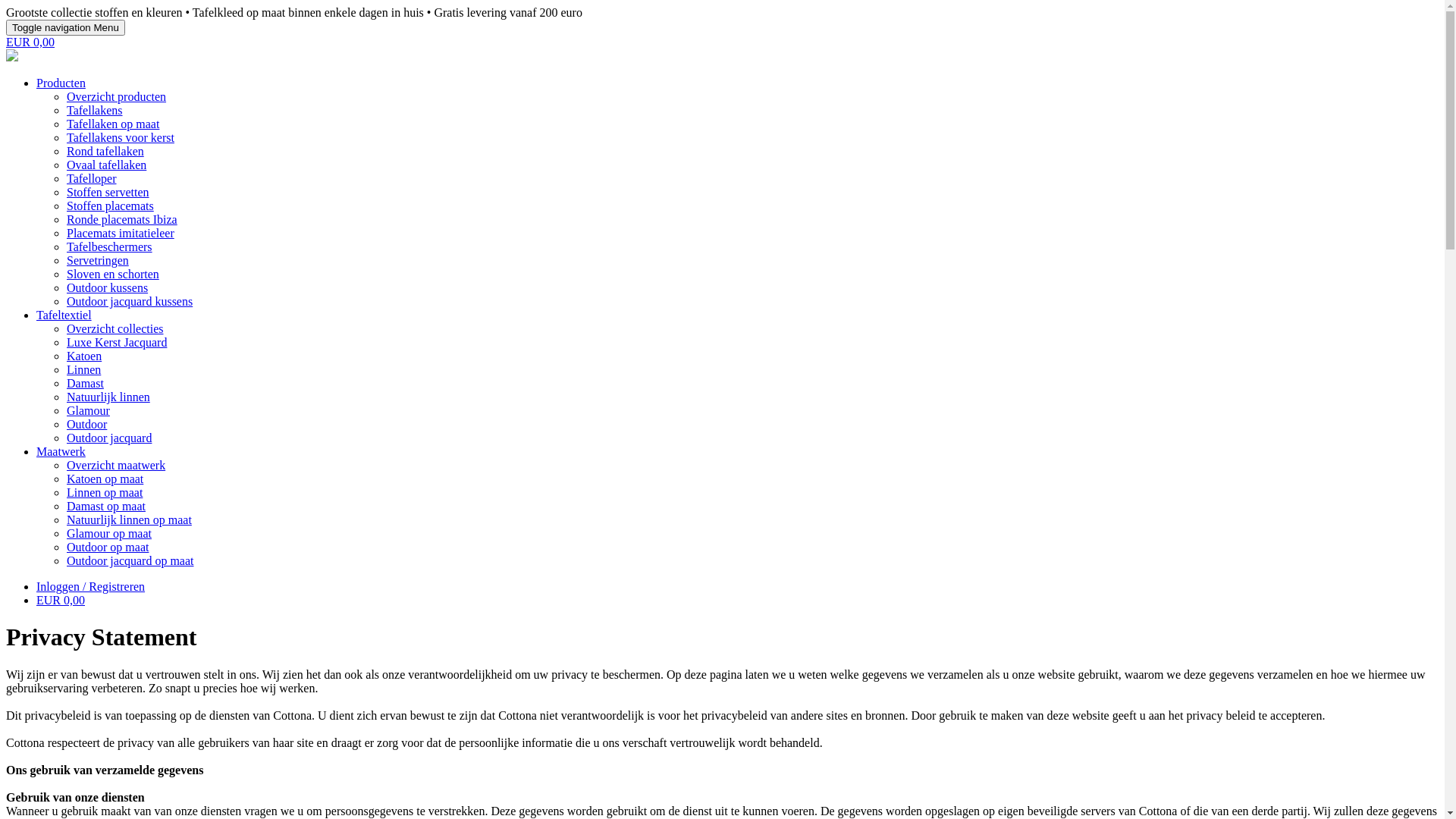 The width and height of the screenshot is (1456, 819). What do you see at coordinates (30, 41) in the screenshot?
I see `'EUR 0,00'` at bounding box center [30, 41].